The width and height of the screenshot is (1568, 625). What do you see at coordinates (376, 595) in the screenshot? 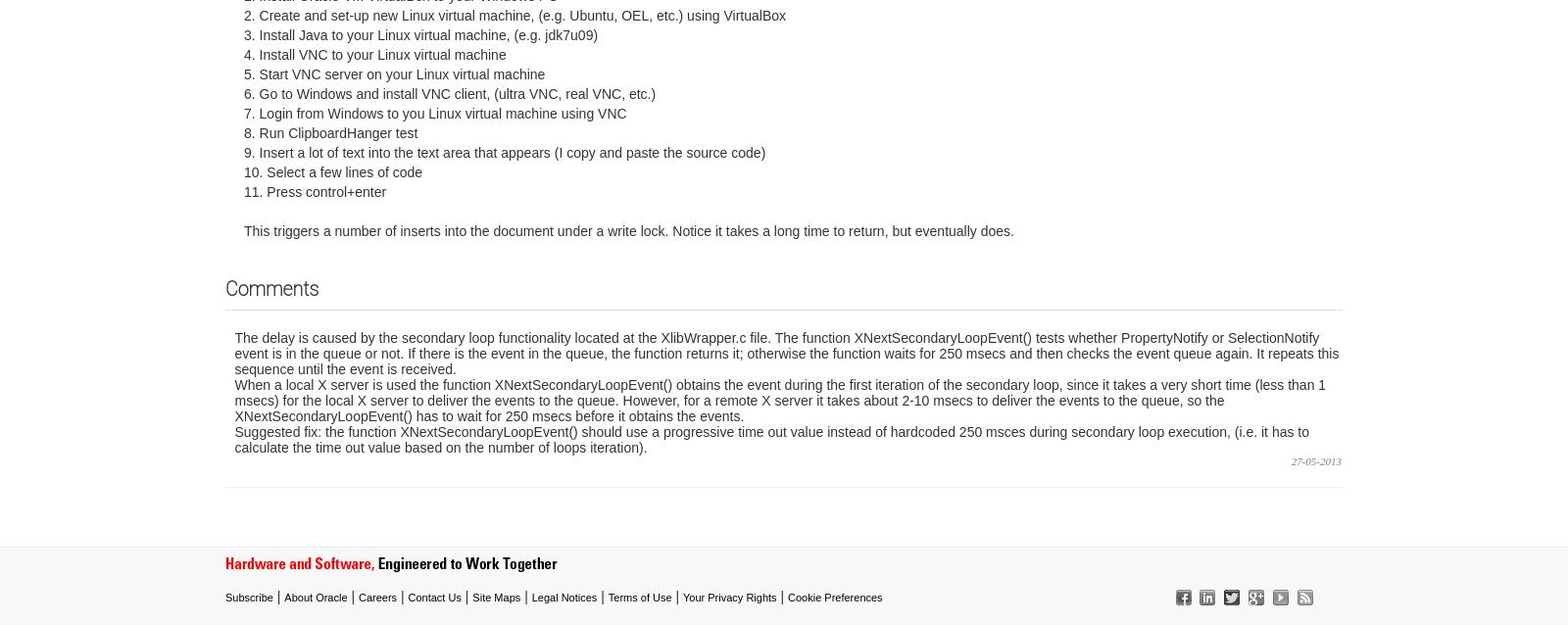
I see `'Careers'` at bounding box center [376, 595].